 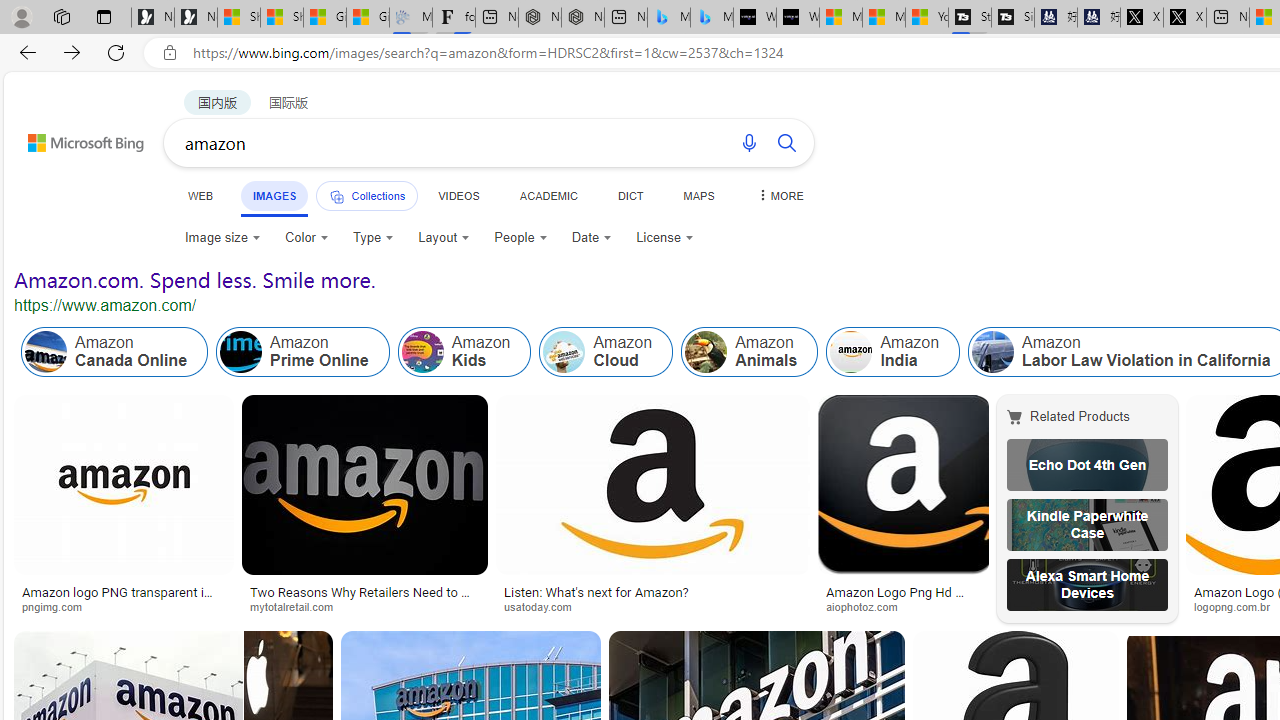 I want to click on 'Image size', so click(x=222, y=236).